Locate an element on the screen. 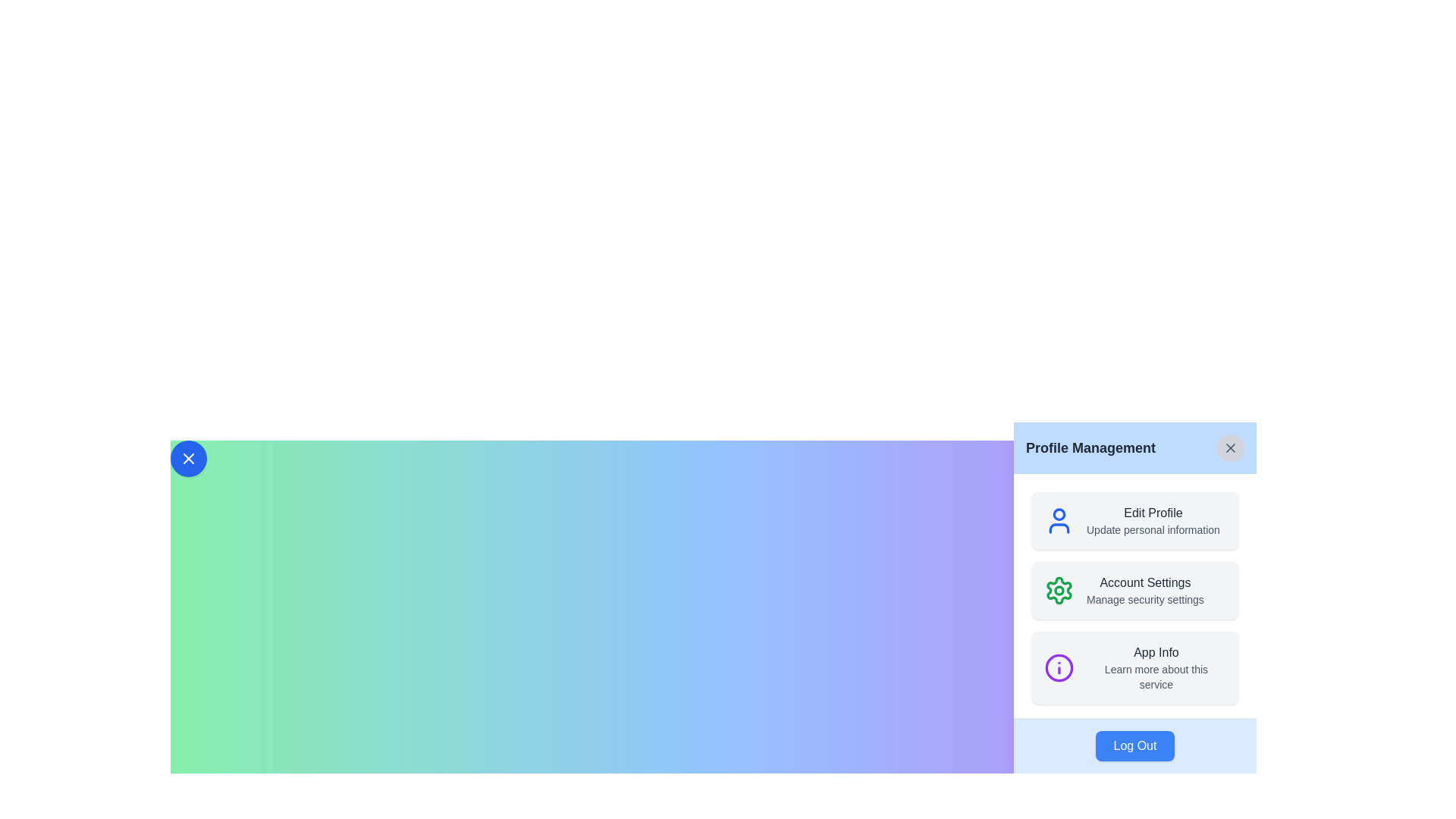  the circular button with a light gray background and a darker gray 'X' symbol inside, located at the top-right corner of the 'Profile Management' bar is located at coordinates (1230, 447).